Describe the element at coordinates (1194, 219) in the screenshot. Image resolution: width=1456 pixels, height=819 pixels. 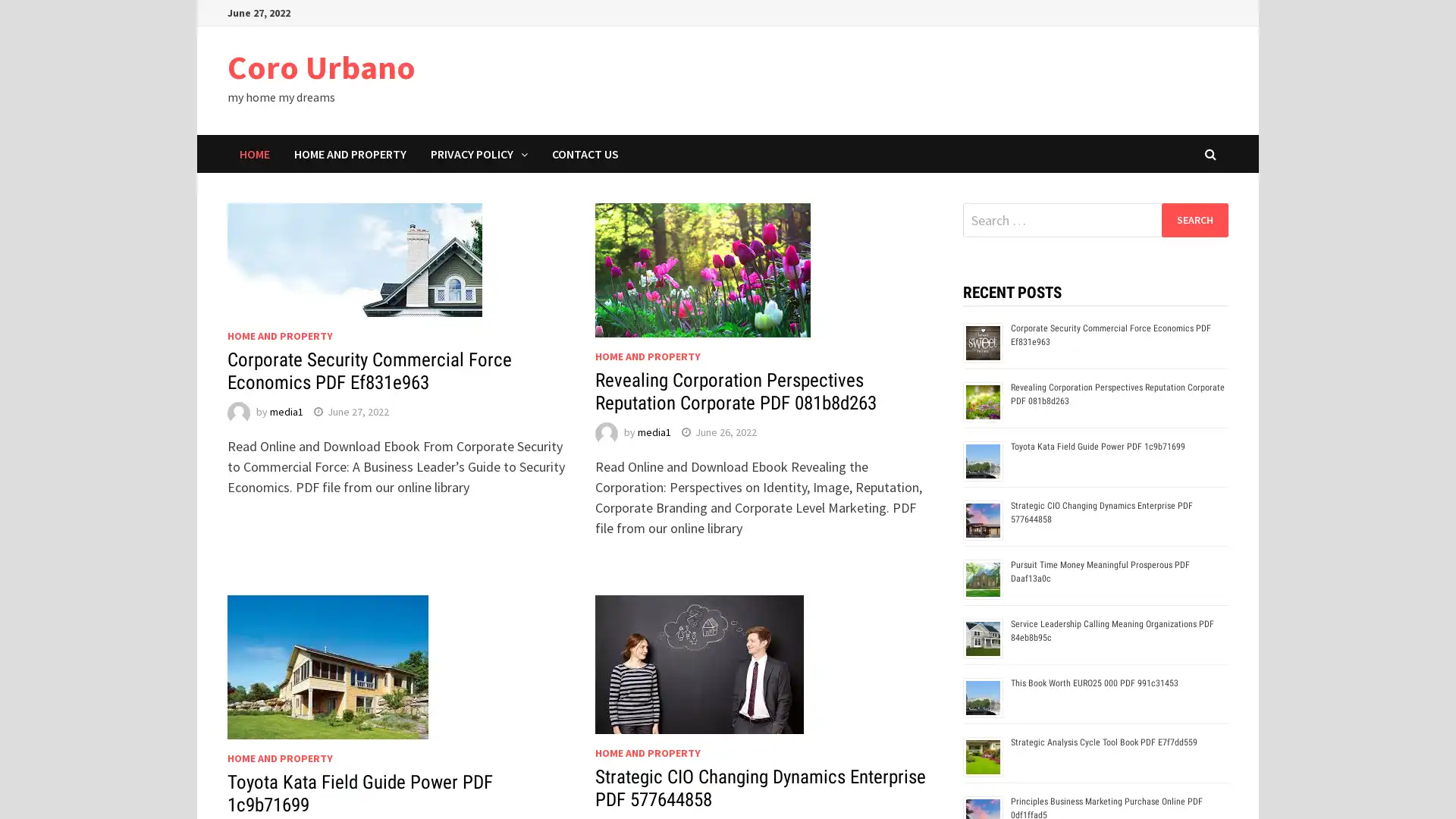
I see `Search` at that location.